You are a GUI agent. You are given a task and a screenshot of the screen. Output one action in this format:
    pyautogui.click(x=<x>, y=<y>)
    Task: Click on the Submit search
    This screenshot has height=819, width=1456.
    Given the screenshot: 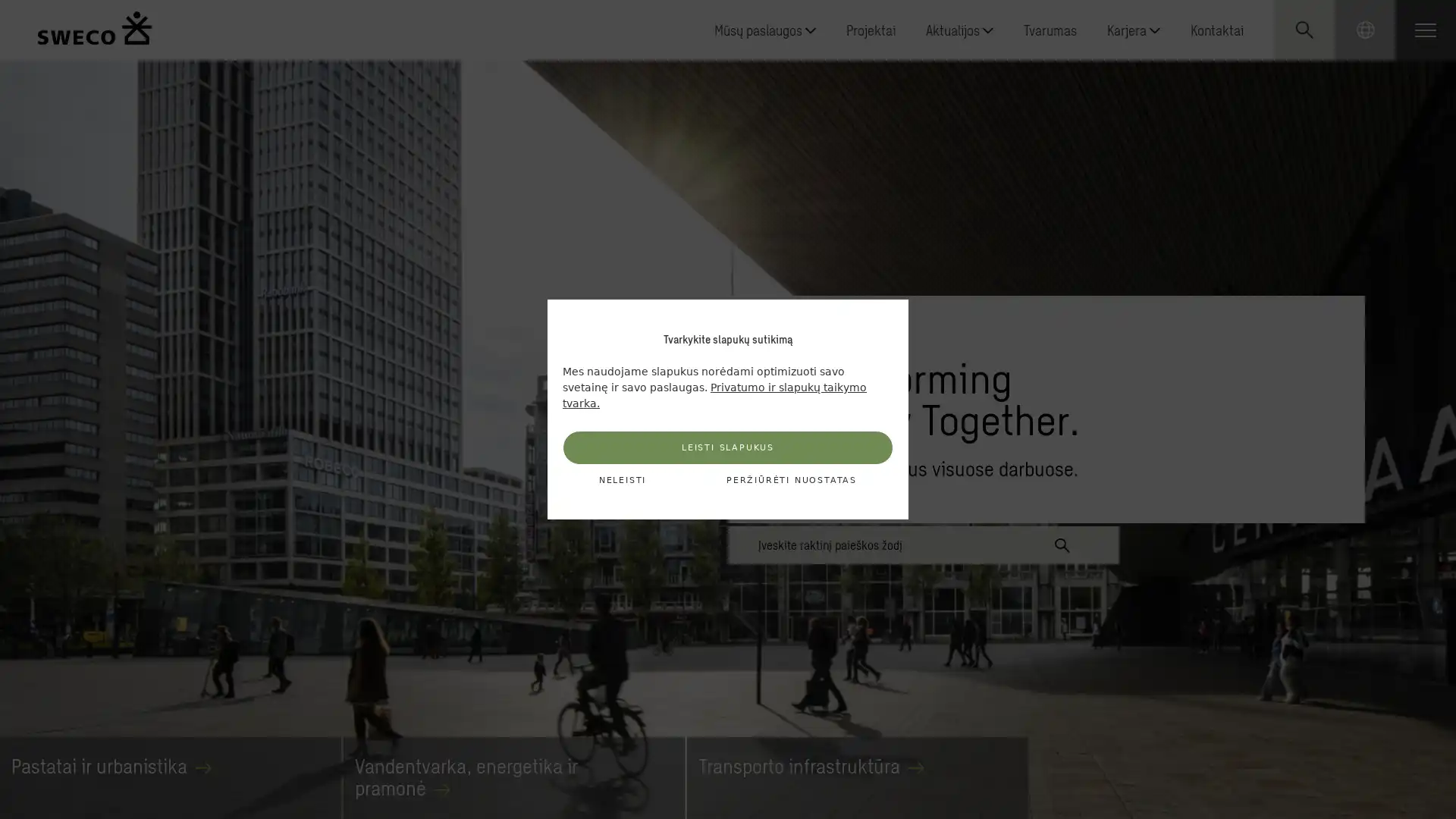 What is the action you would take?
    pyautogui.click(x=1332, y=167)
    